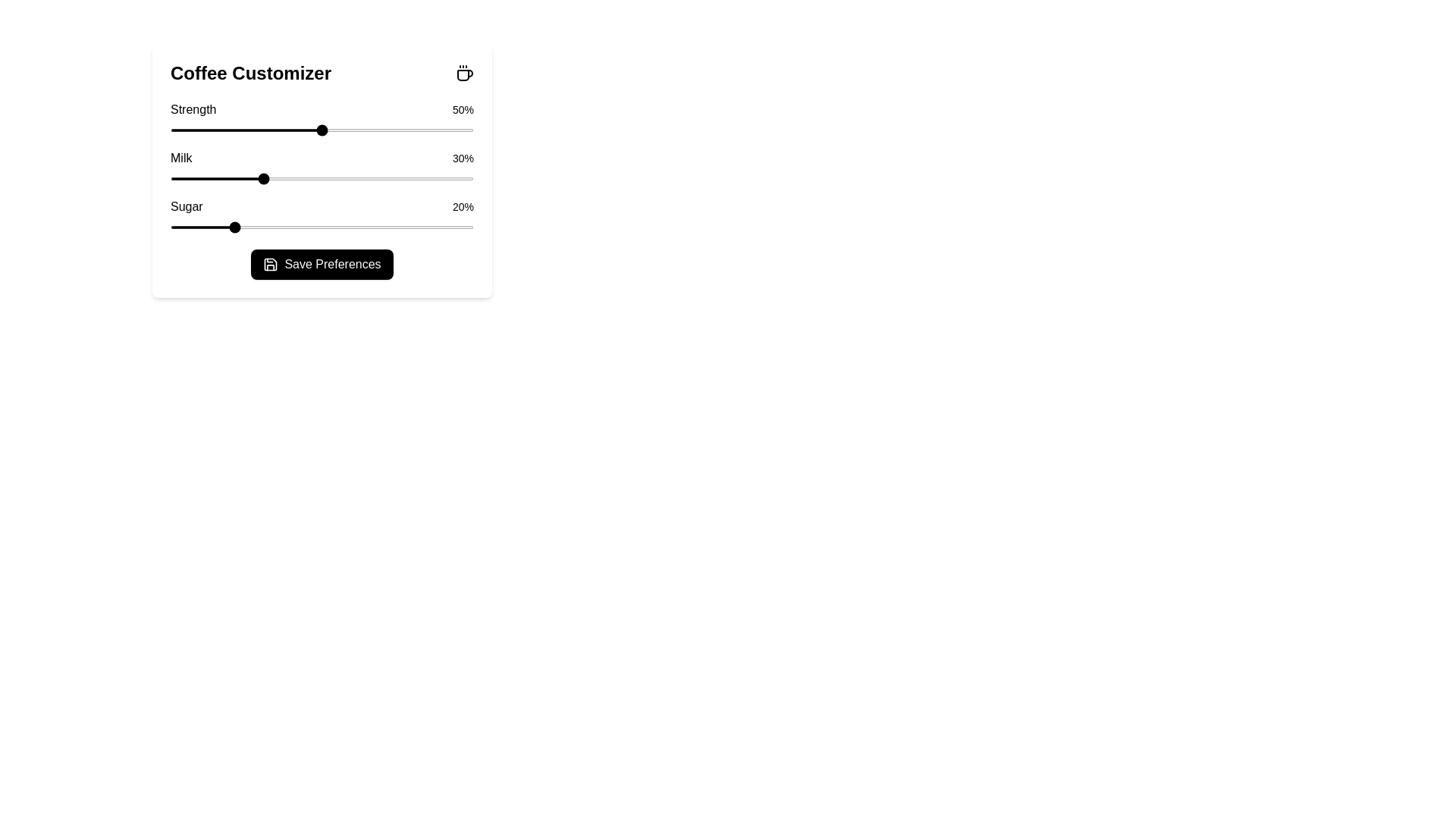  I want to click on the strength slider, so click(400, 130).